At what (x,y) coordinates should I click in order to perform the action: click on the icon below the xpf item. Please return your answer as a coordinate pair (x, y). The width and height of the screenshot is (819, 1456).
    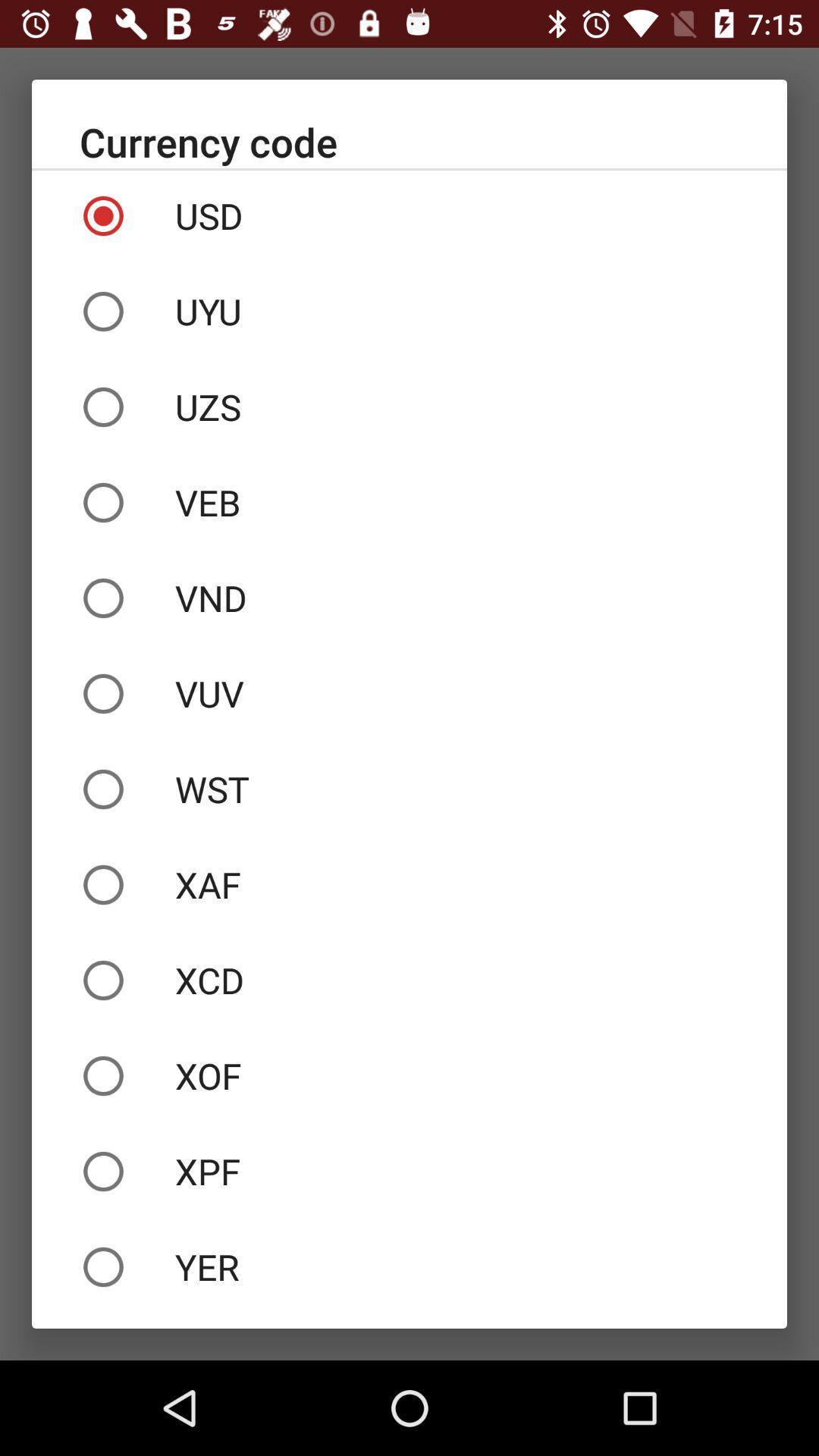
    Looking at the image, I should click on (409, 1266).